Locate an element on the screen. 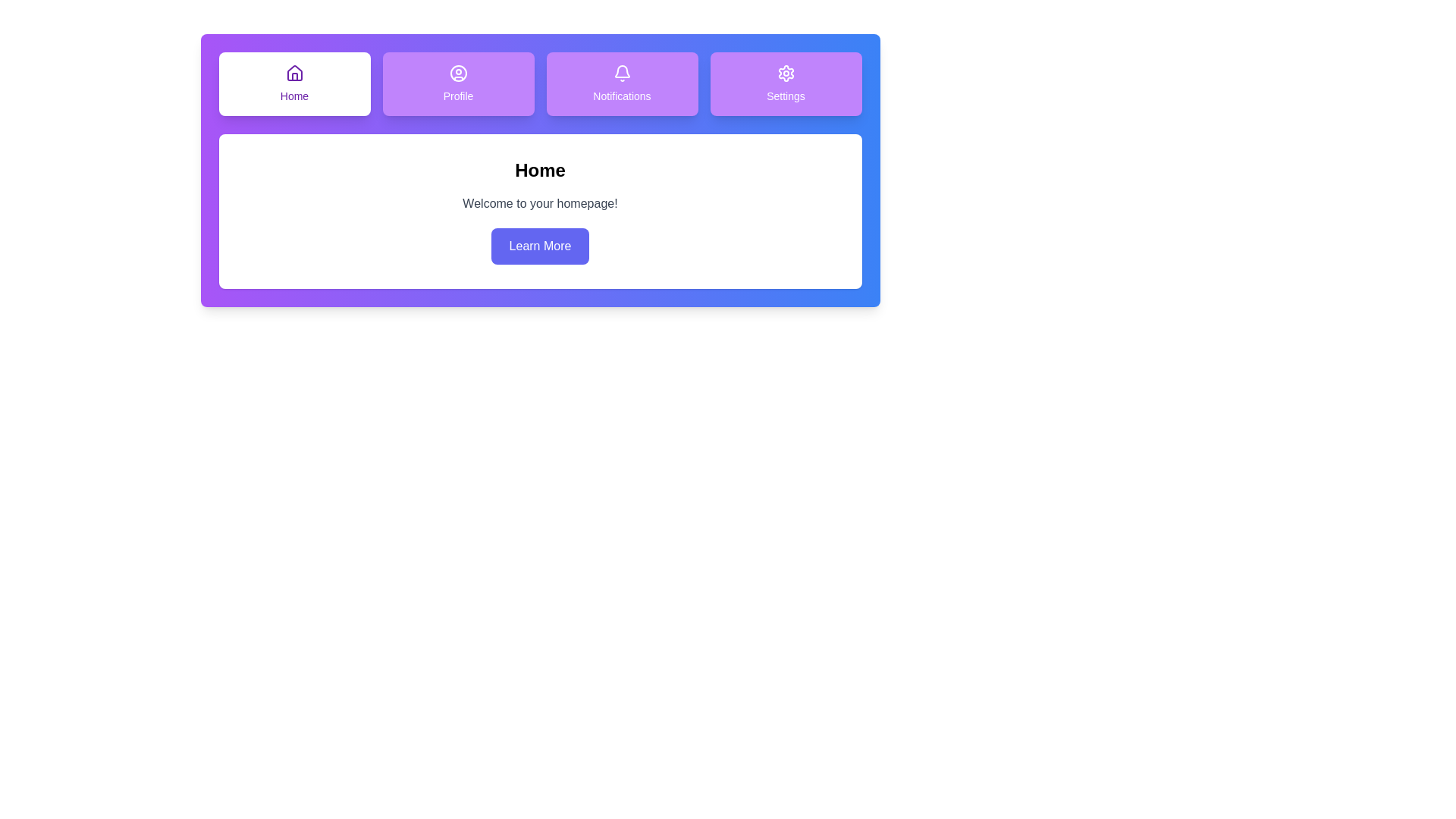 This screenshot has width=1456, height=819. the Profile tab by clicking on it is located at coordinates (457, 84).